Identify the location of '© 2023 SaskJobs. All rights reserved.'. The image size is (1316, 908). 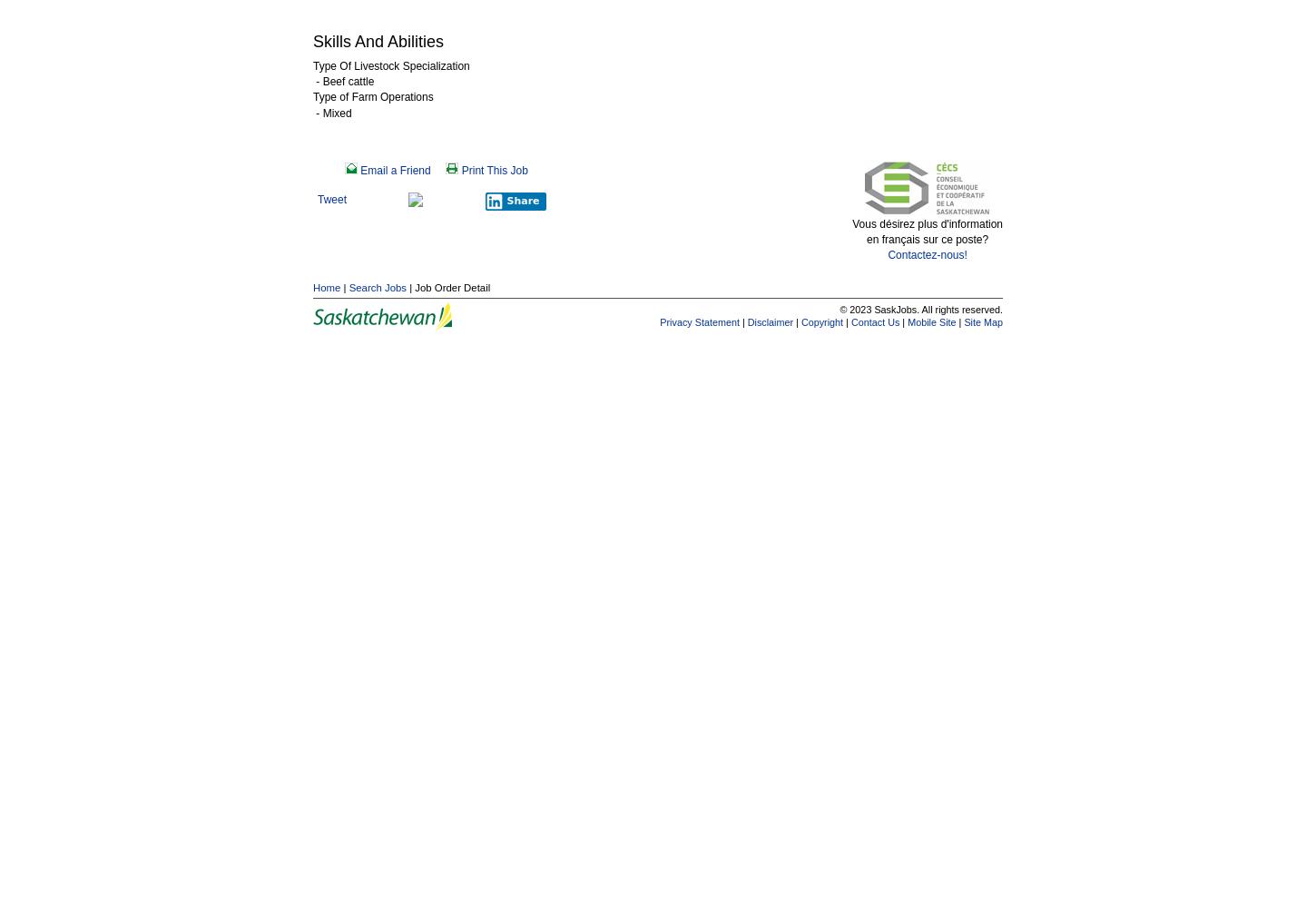
(920, 308).